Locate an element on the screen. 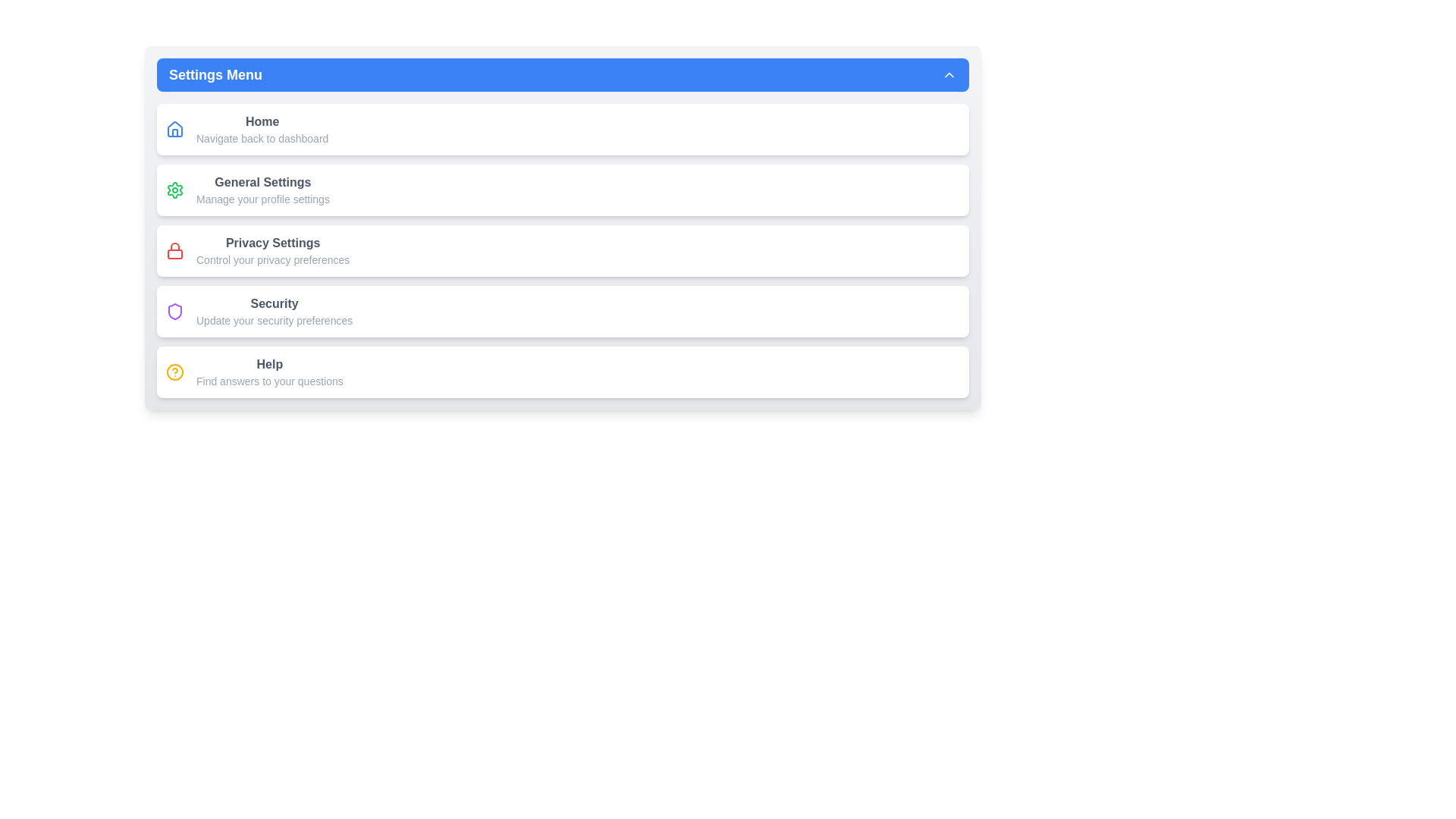  the text label that serves as a header for the section summarizing 'Update your security preferences' in the settings menu list is located at coordinates (275, 304).